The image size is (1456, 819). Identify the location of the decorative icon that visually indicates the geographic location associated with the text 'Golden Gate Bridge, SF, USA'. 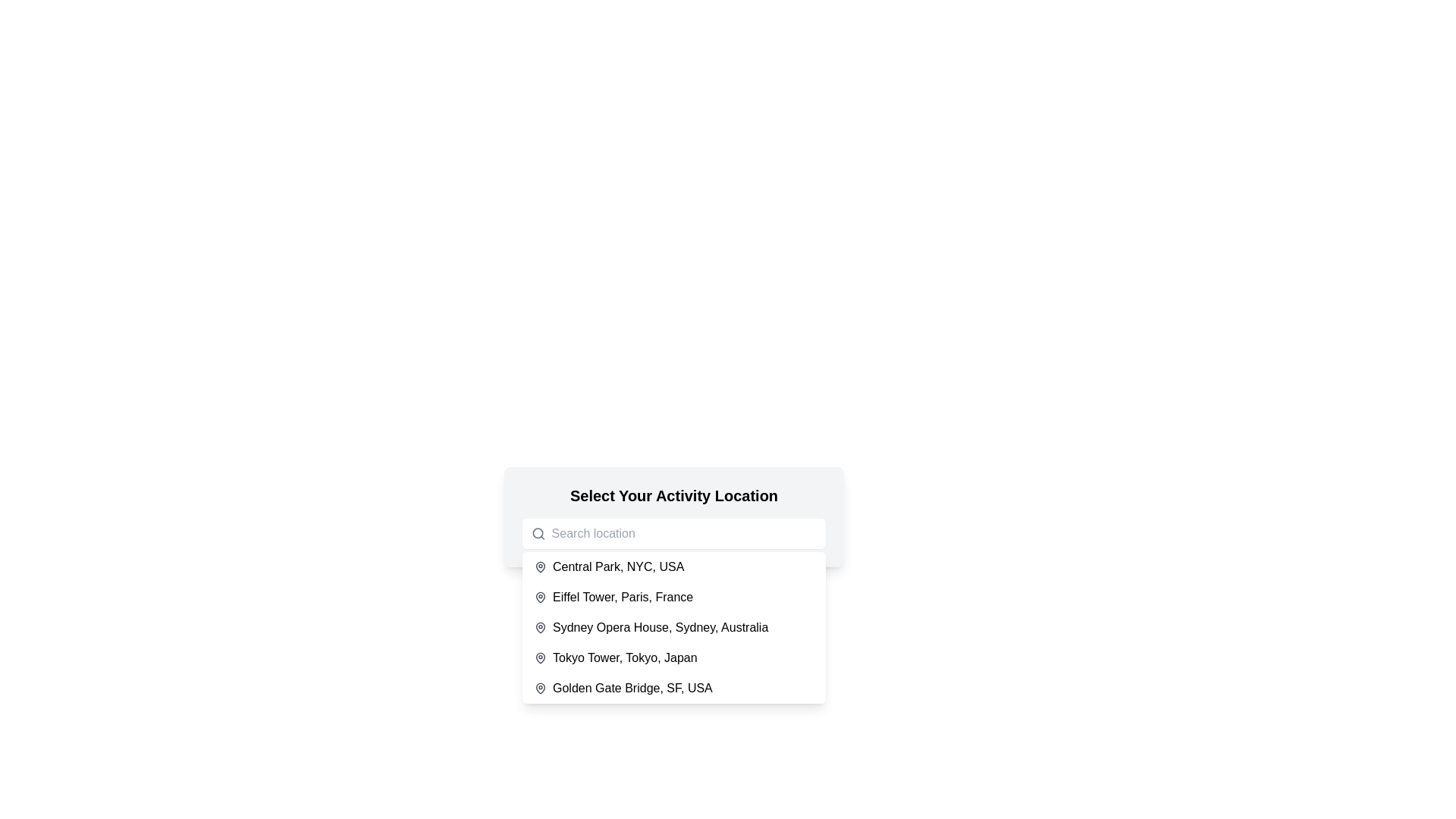
(541, 688).